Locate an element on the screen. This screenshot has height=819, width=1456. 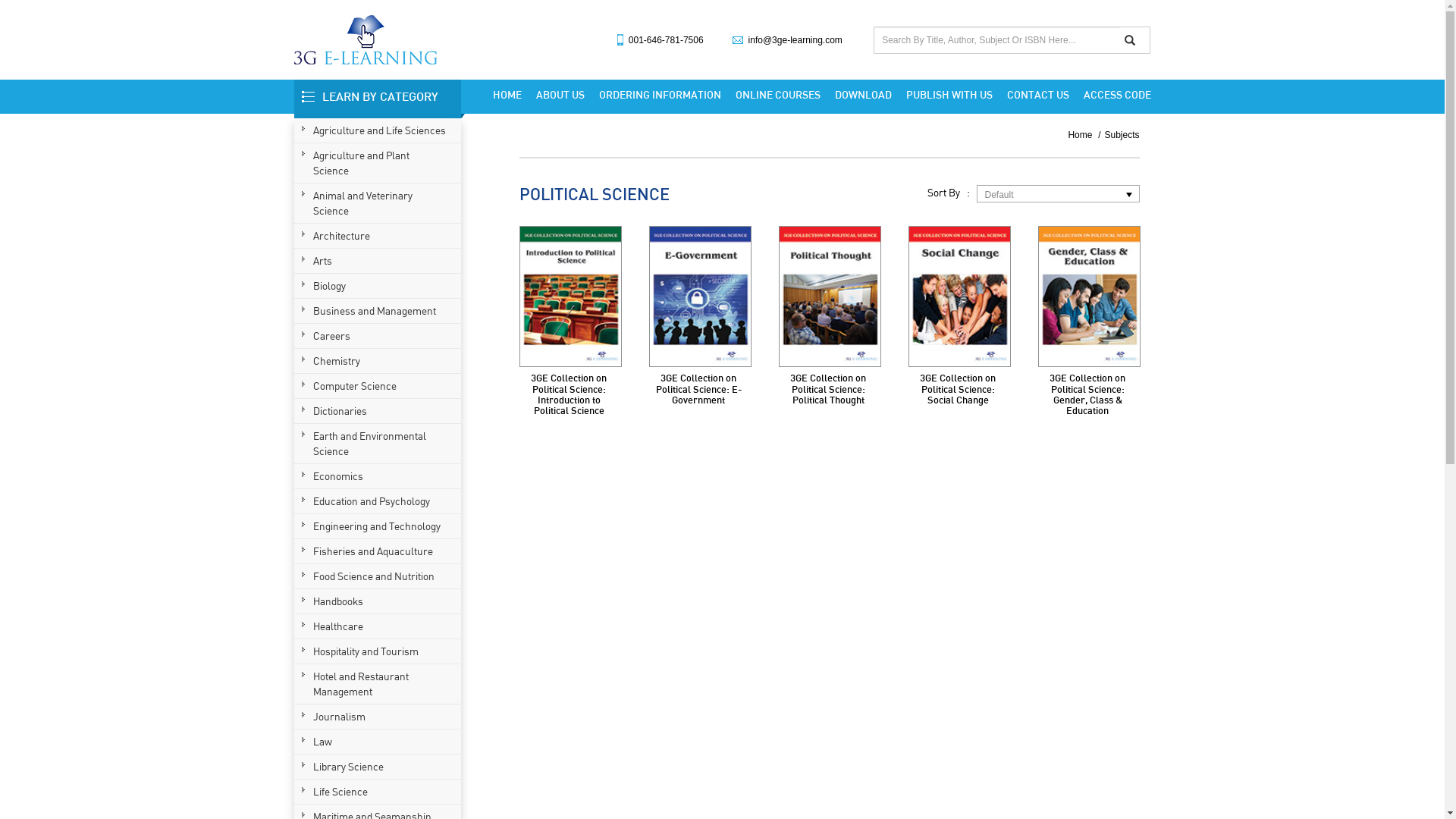
'Home' is located at coordinates (1083, 133).